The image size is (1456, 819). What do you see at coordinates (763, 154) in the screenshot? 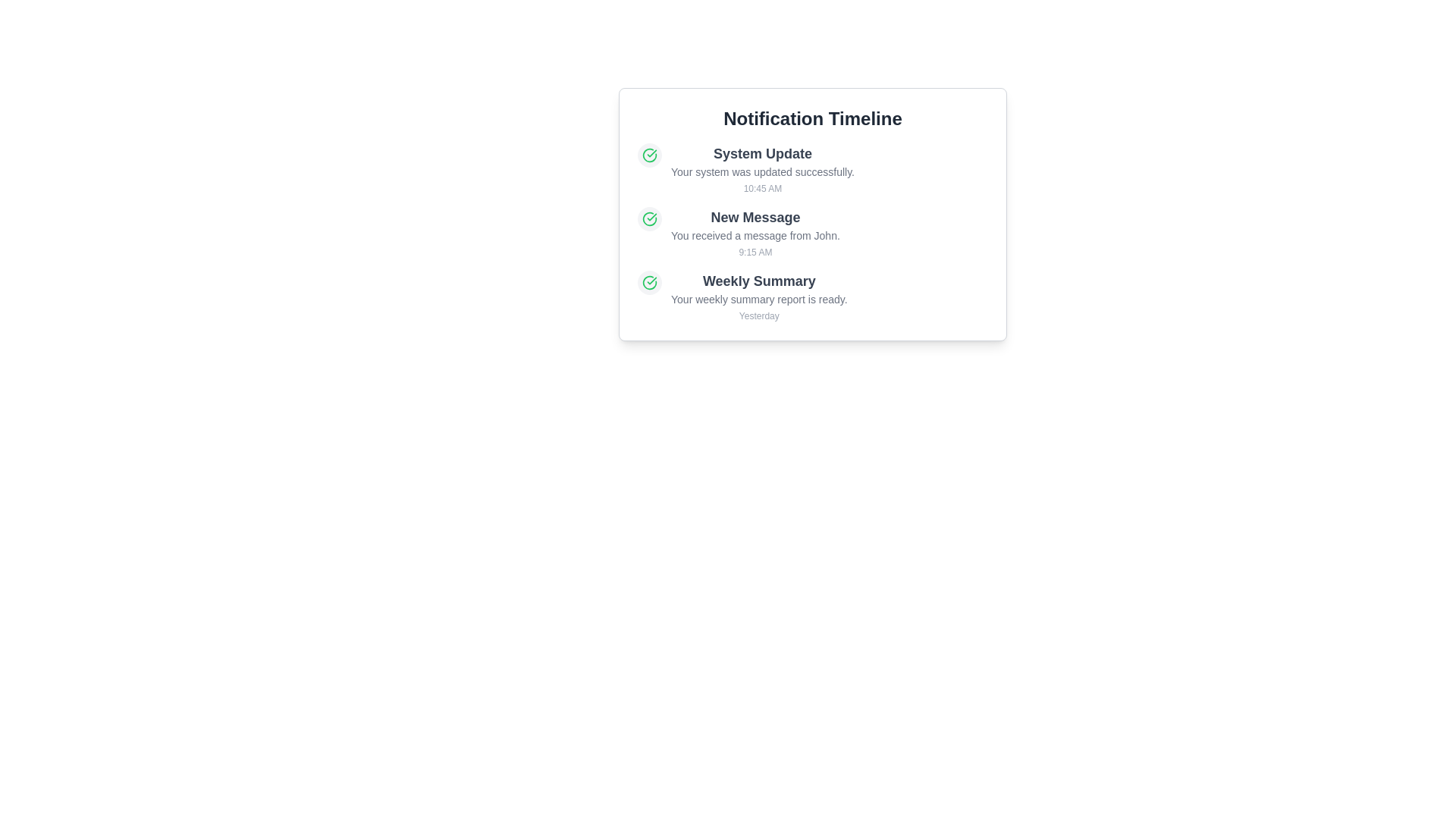
I see `the text label indicating a system update notification, which is positioned under 'Notification Timeline' and aligned with a green checkmark icon` at bounding box center [763, 154].